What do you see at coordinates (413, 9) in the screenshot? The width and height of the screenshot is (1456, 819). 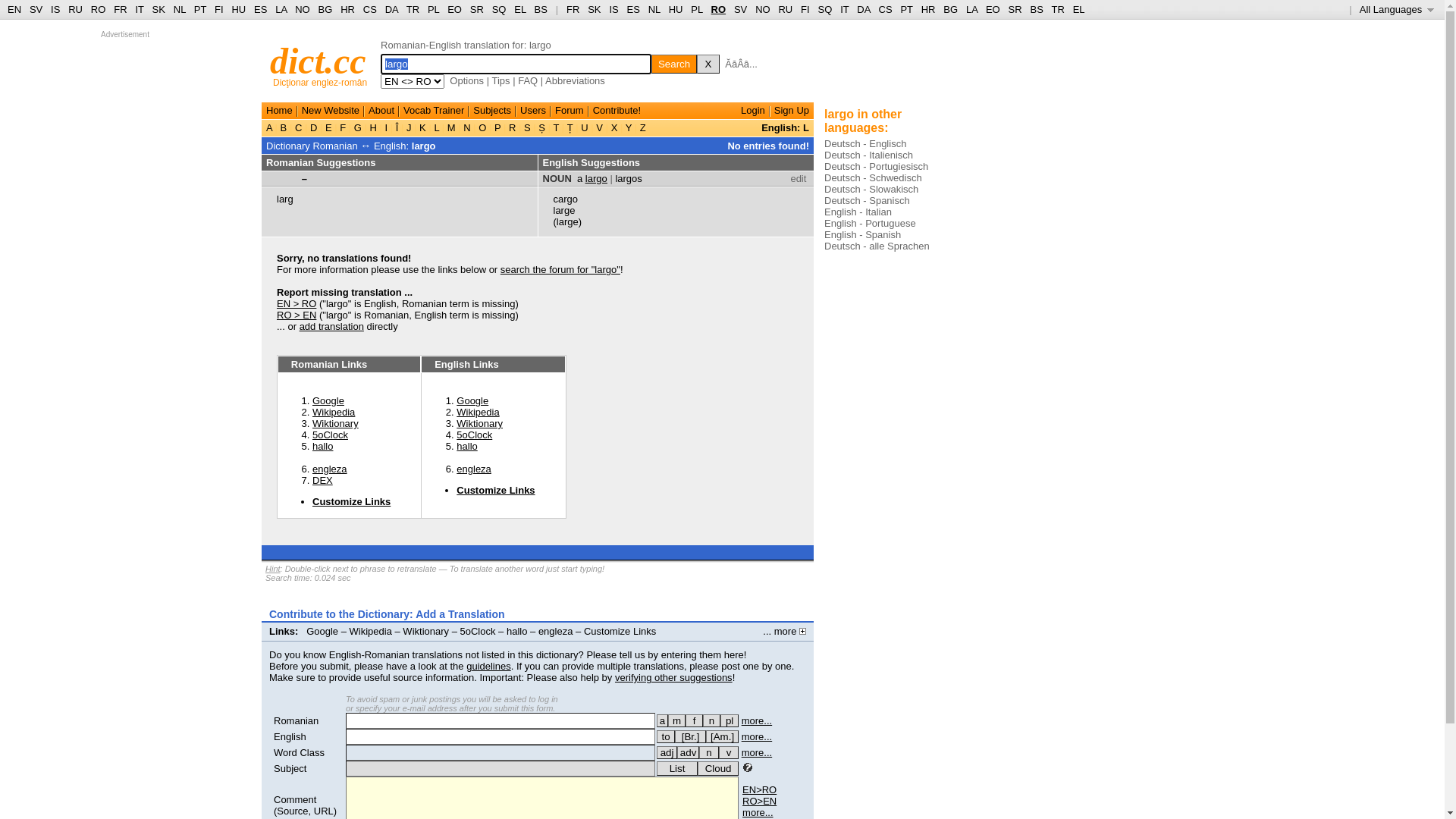 I see `'TR'` at bounding box center [413, 9].